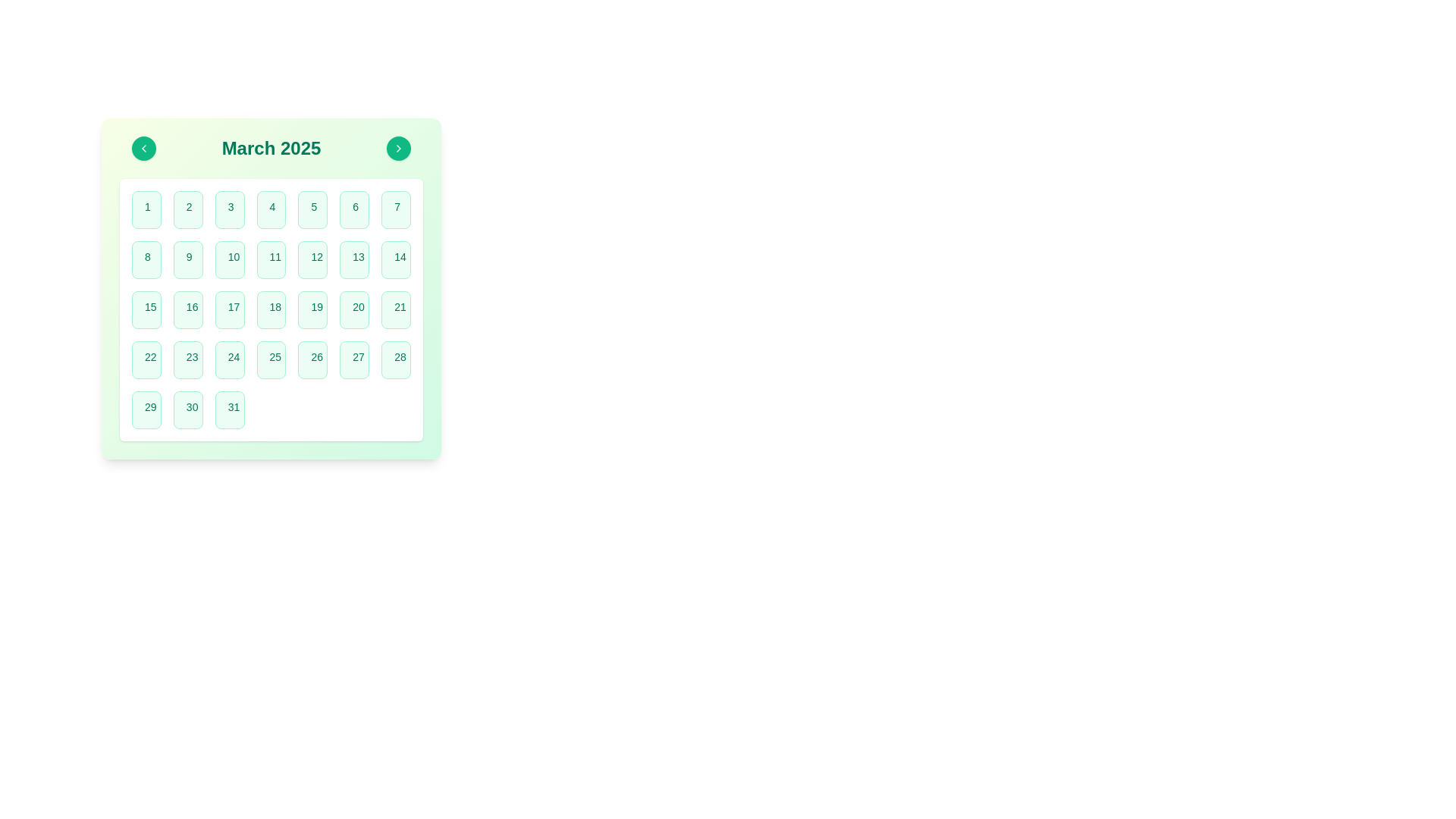 The height and width of the screenshot is (819, 1456). I want to click on the circular green button with a white rightwards chevron icon in the header section of the calendar for 'March 2025', so click(399, 149).